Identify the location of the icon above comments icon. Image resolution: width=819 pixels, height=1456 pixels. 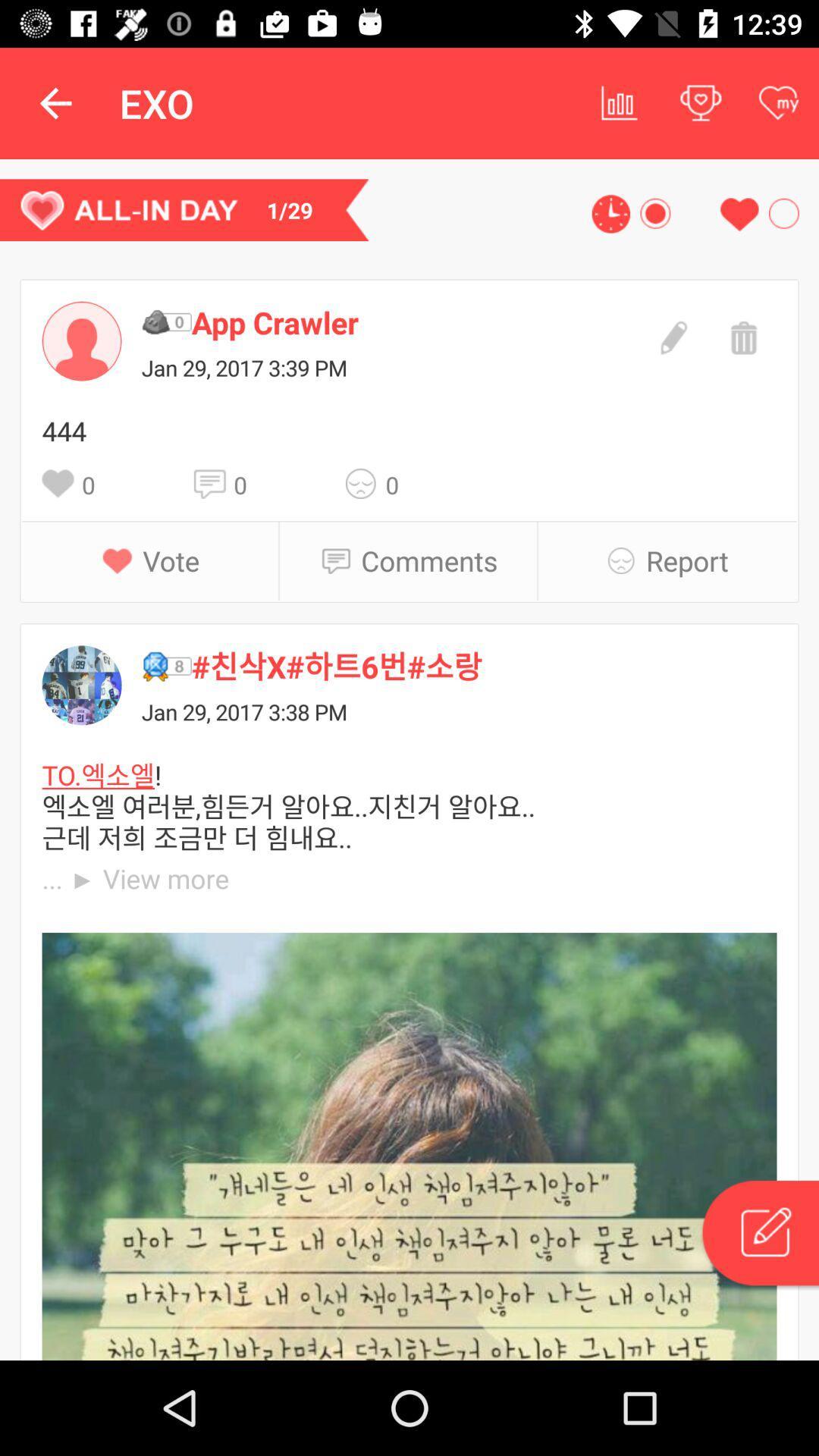
(366, 482).